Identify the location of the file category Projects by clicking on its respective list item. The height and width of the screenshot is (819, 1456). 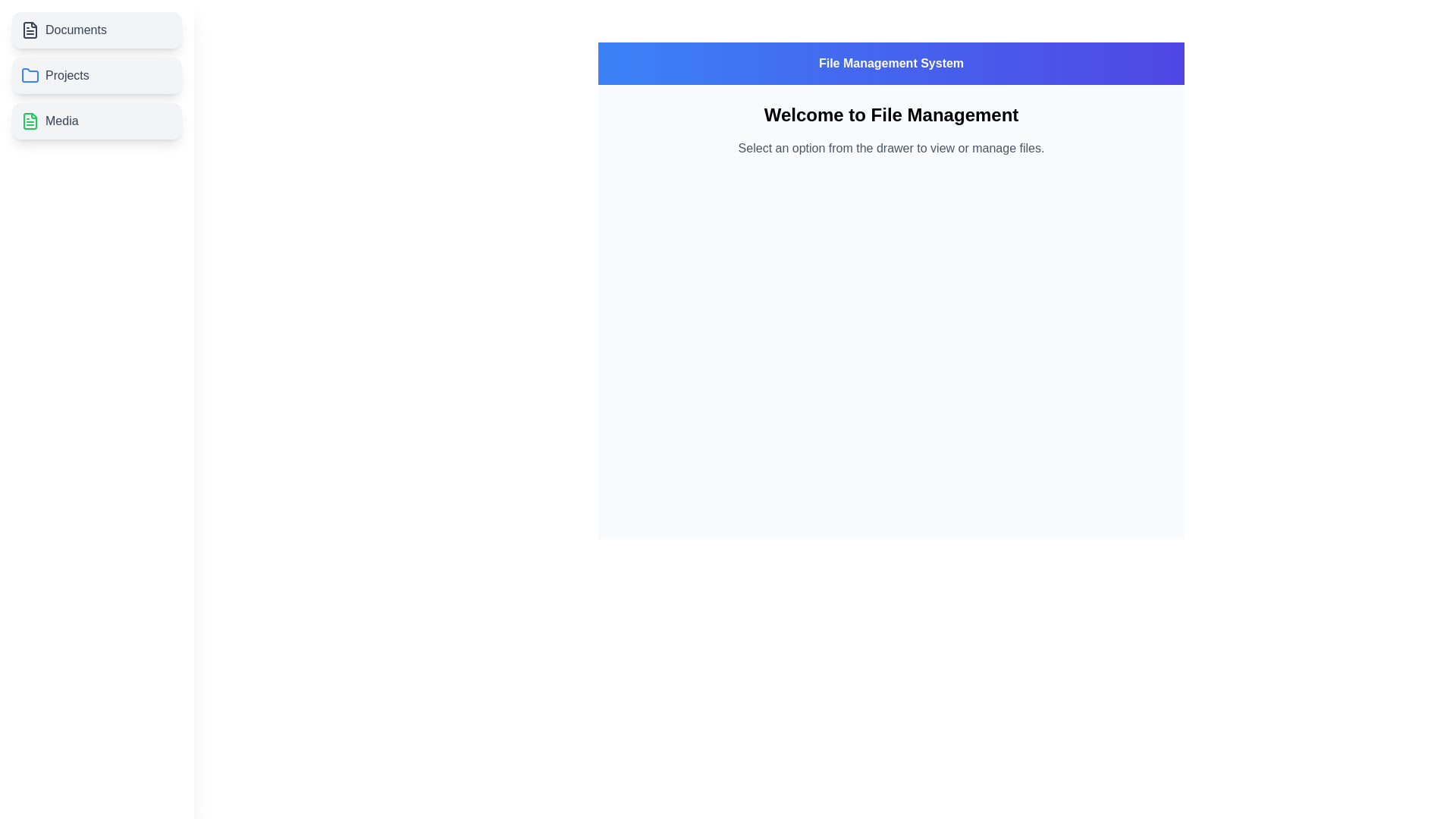
(96, 76).